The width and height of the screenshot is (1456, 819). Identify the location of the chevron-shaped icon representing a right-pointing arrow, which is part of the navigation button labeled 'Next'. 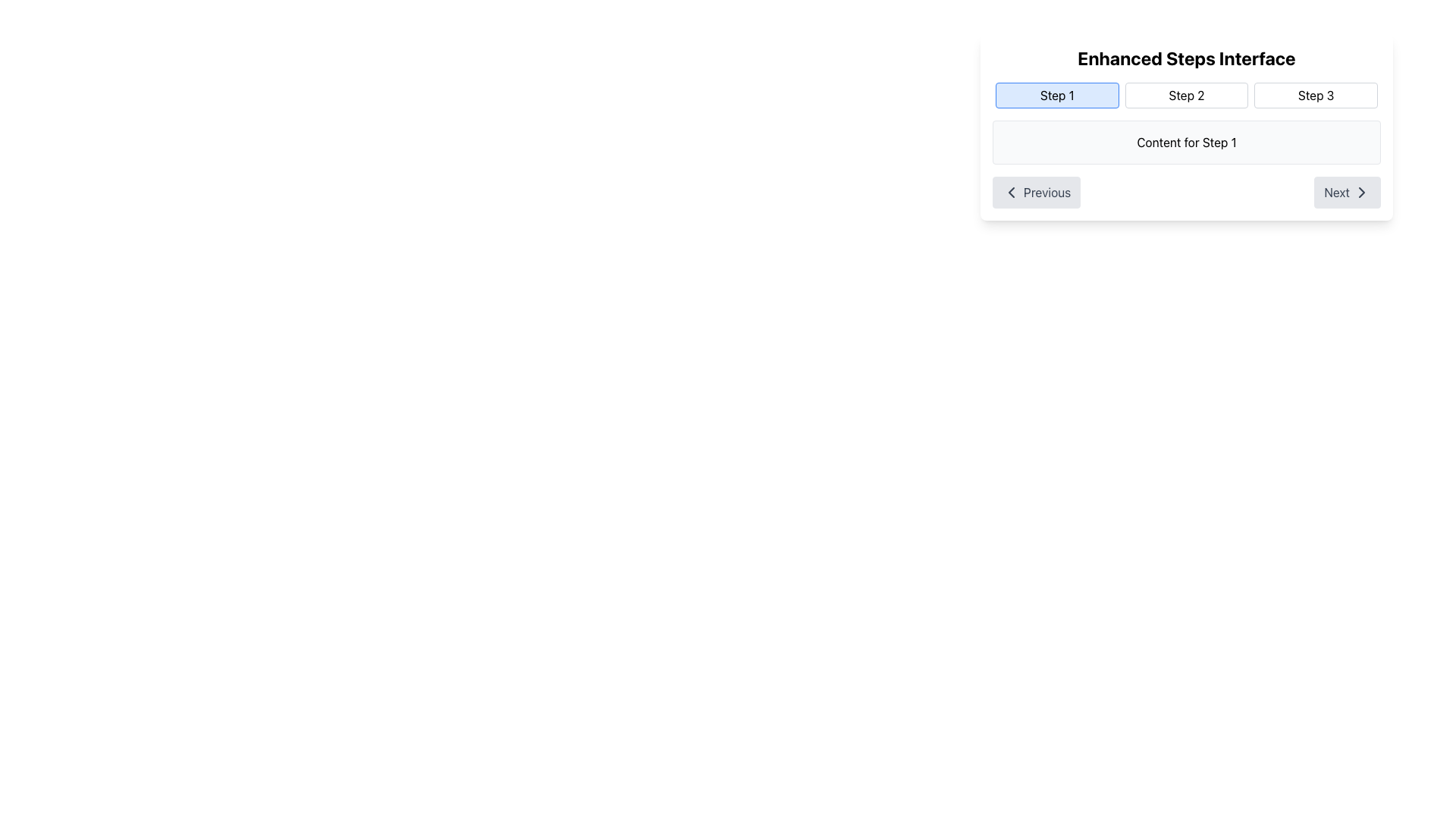
(1361, 192).